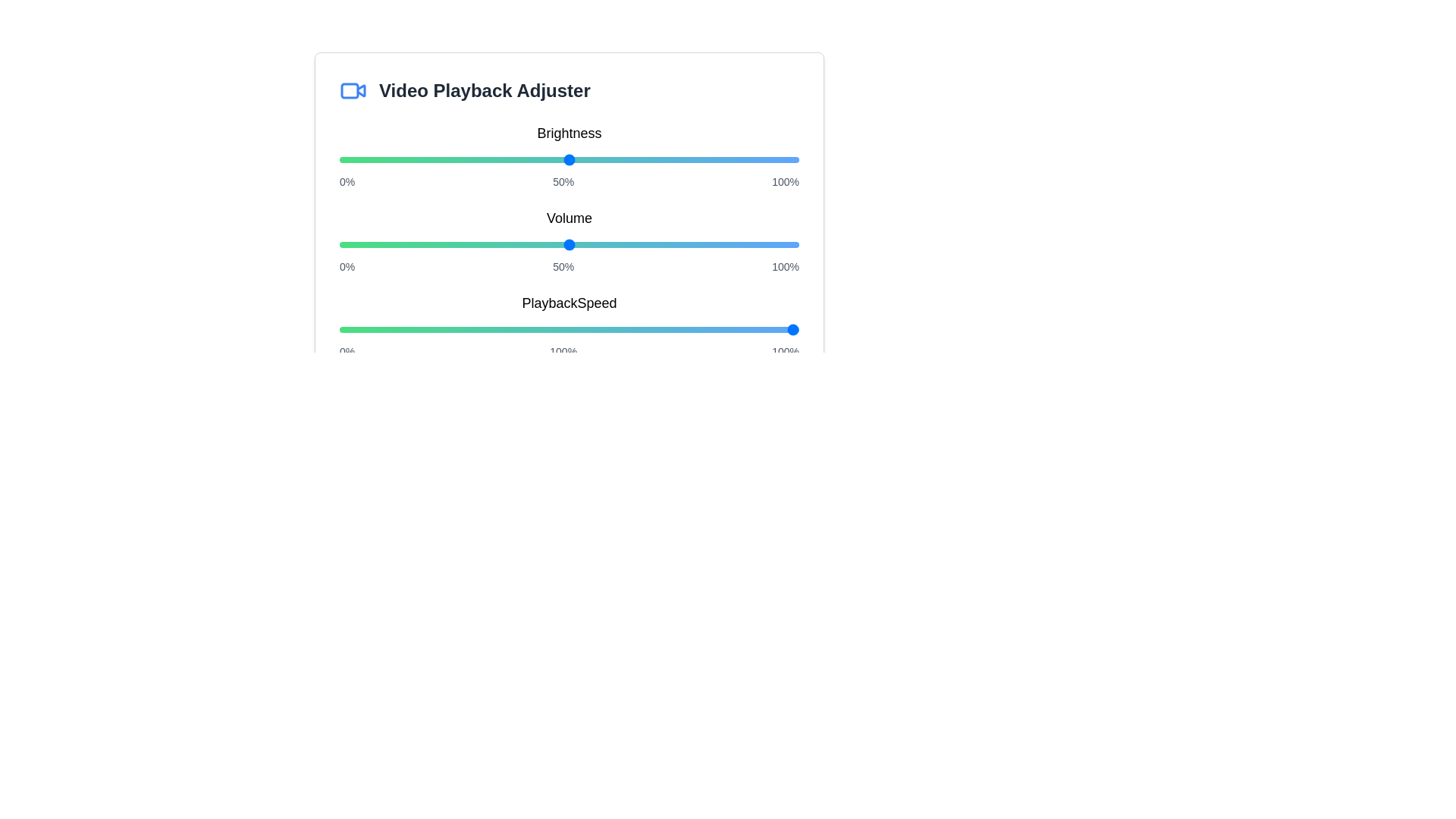 This screenshot has width=1456, height=819. Describe the element at coordinates (692, 329) in the screenshot. I see `the playback speed slider to 77%` at that location.